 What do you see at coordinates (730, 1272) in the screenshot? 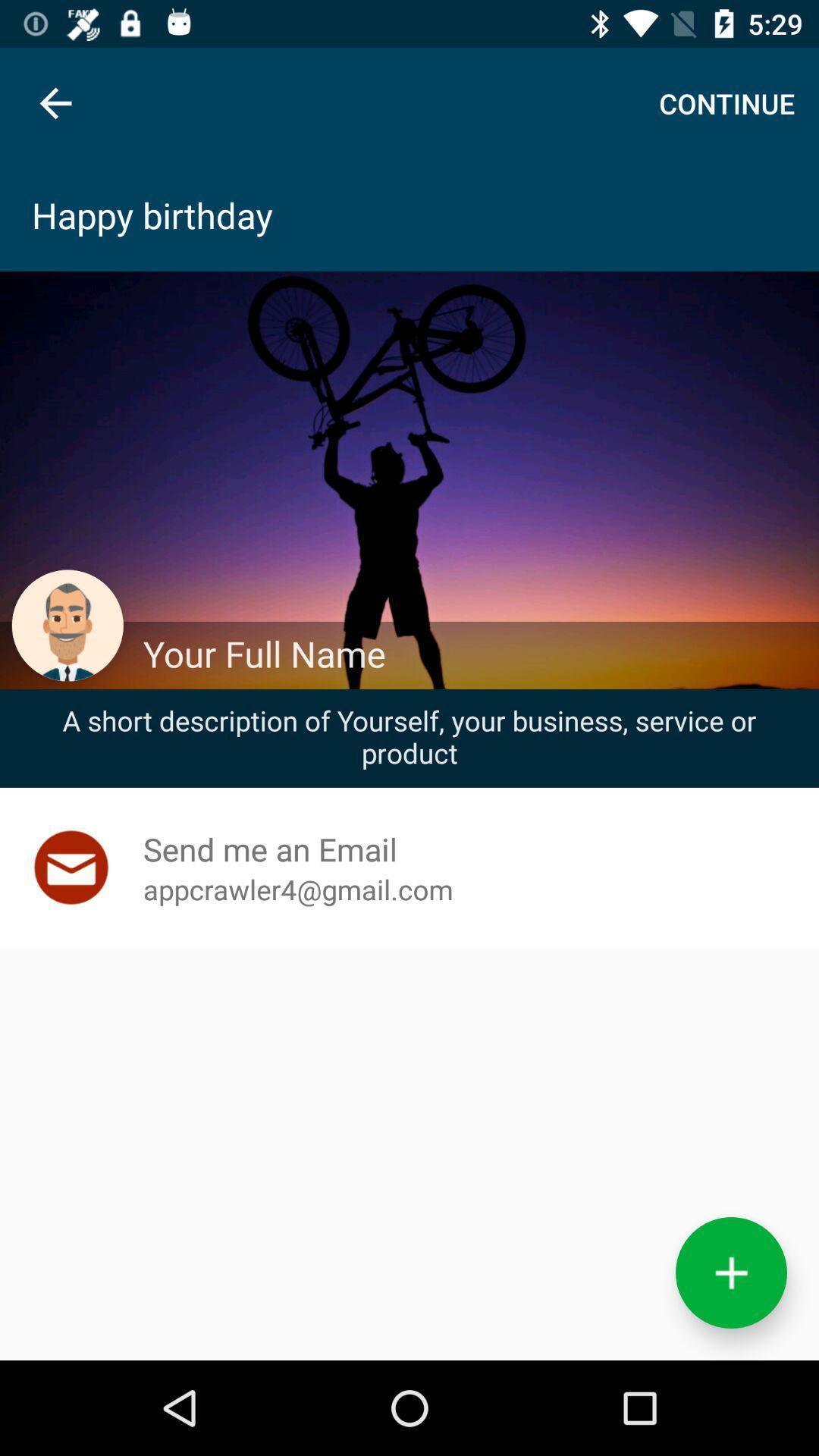
I see `the add icon` at bounding box center [730, 1272].